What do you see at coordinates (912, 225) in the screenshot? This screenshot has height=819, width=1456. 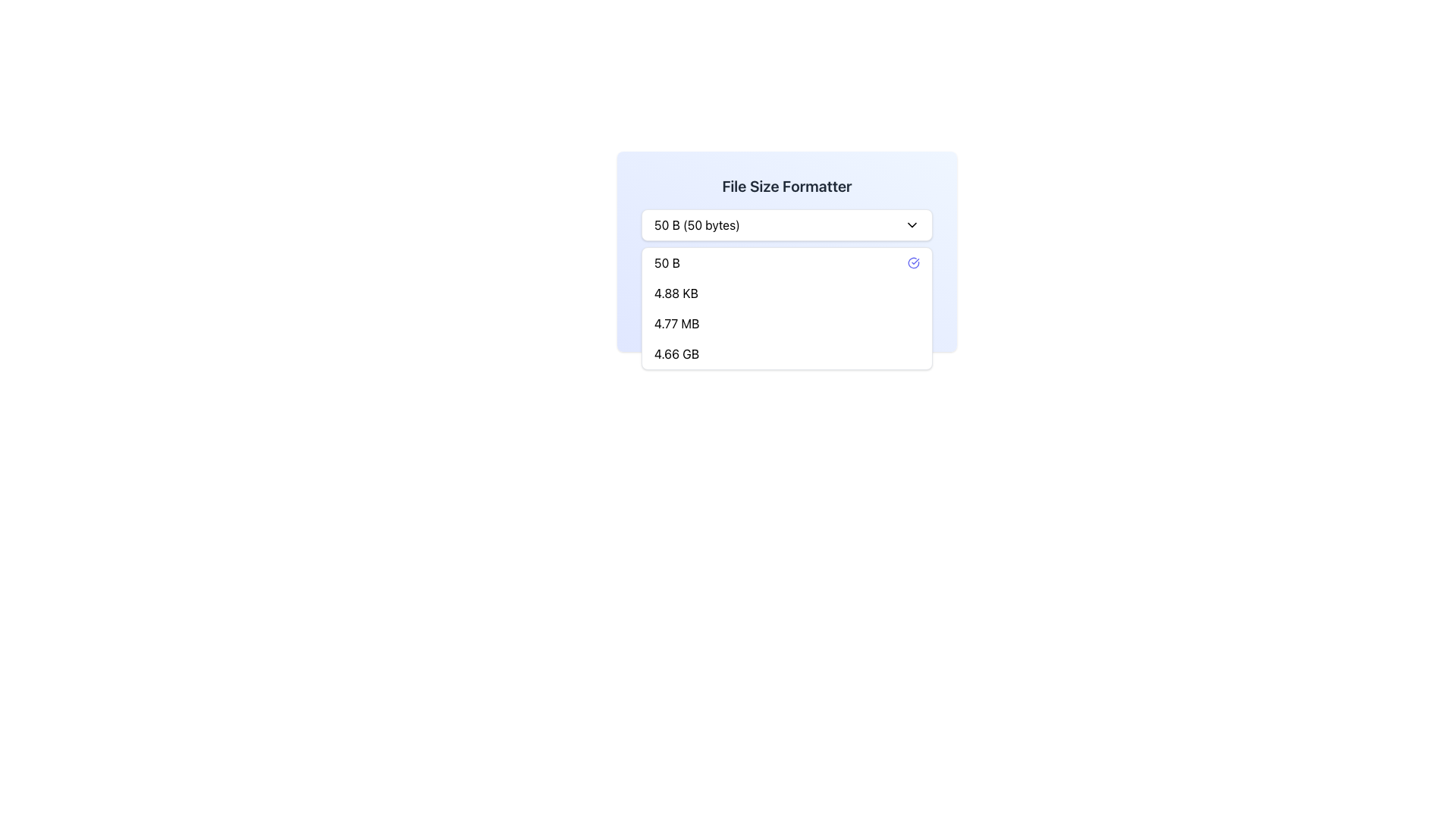 I see `the chevron icon-based dropdown trigger next to the text '50 B (50 bytes)'` at bounding box center [912, 225].